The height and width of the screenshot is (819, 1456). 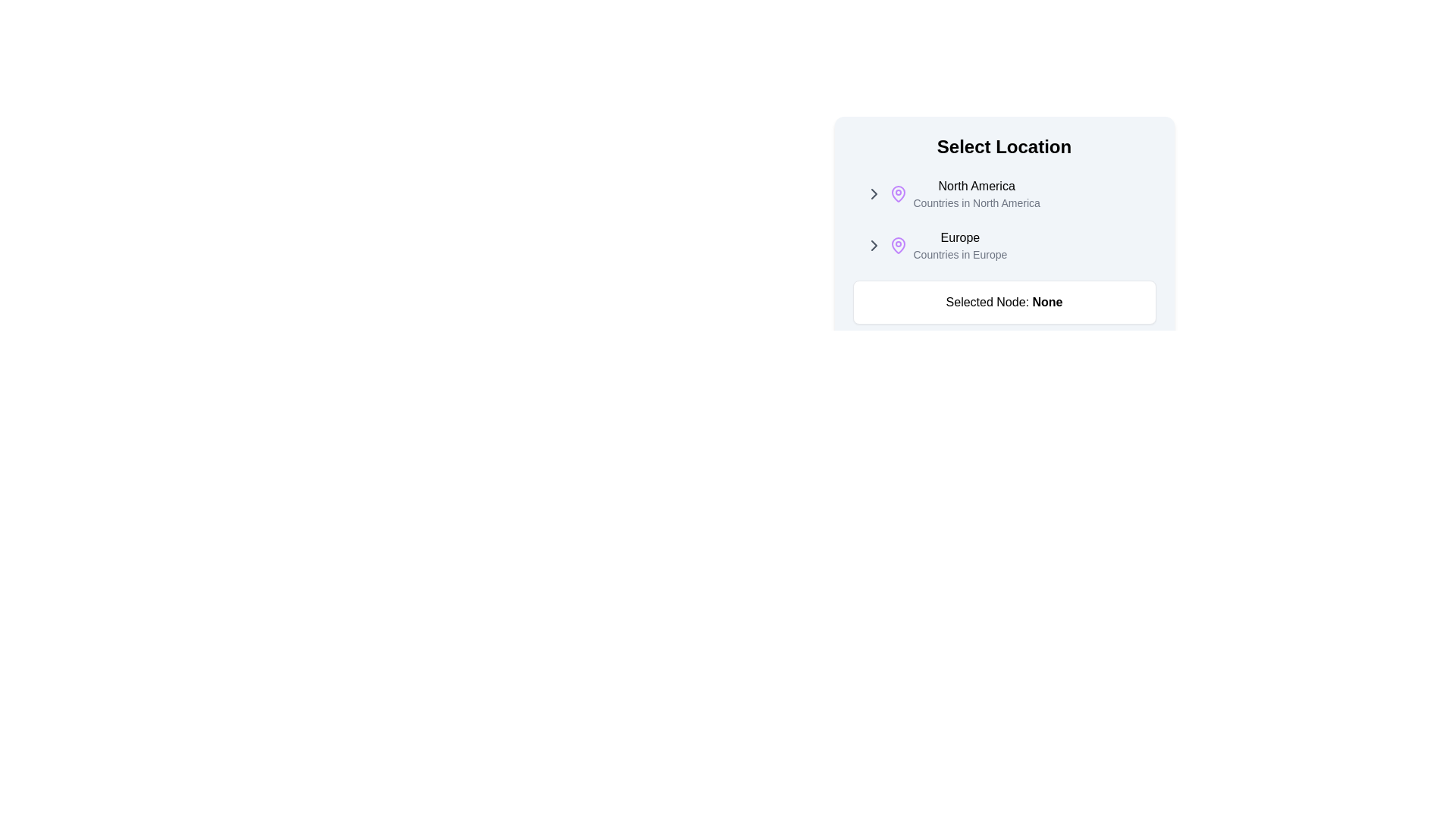 I want to click on the purple pin icon located to the left of the 'Europe' row in the 'Select Location' section, so click(x=898, y=245).